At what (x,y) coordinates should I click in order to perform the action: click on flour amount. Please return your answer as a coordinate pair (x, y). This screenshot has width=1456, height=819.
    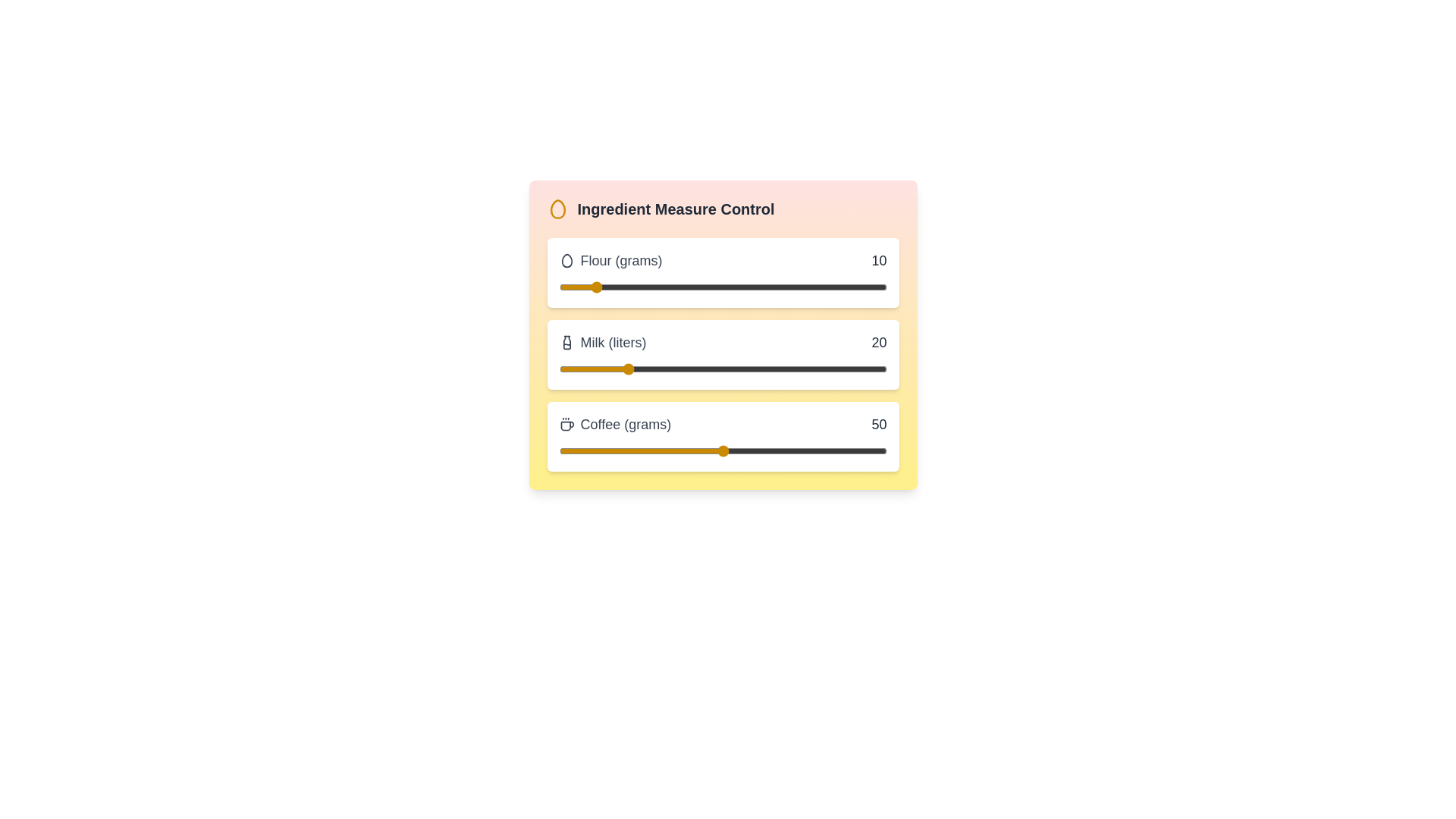
    Looking at the image, I should click on (611, 287).